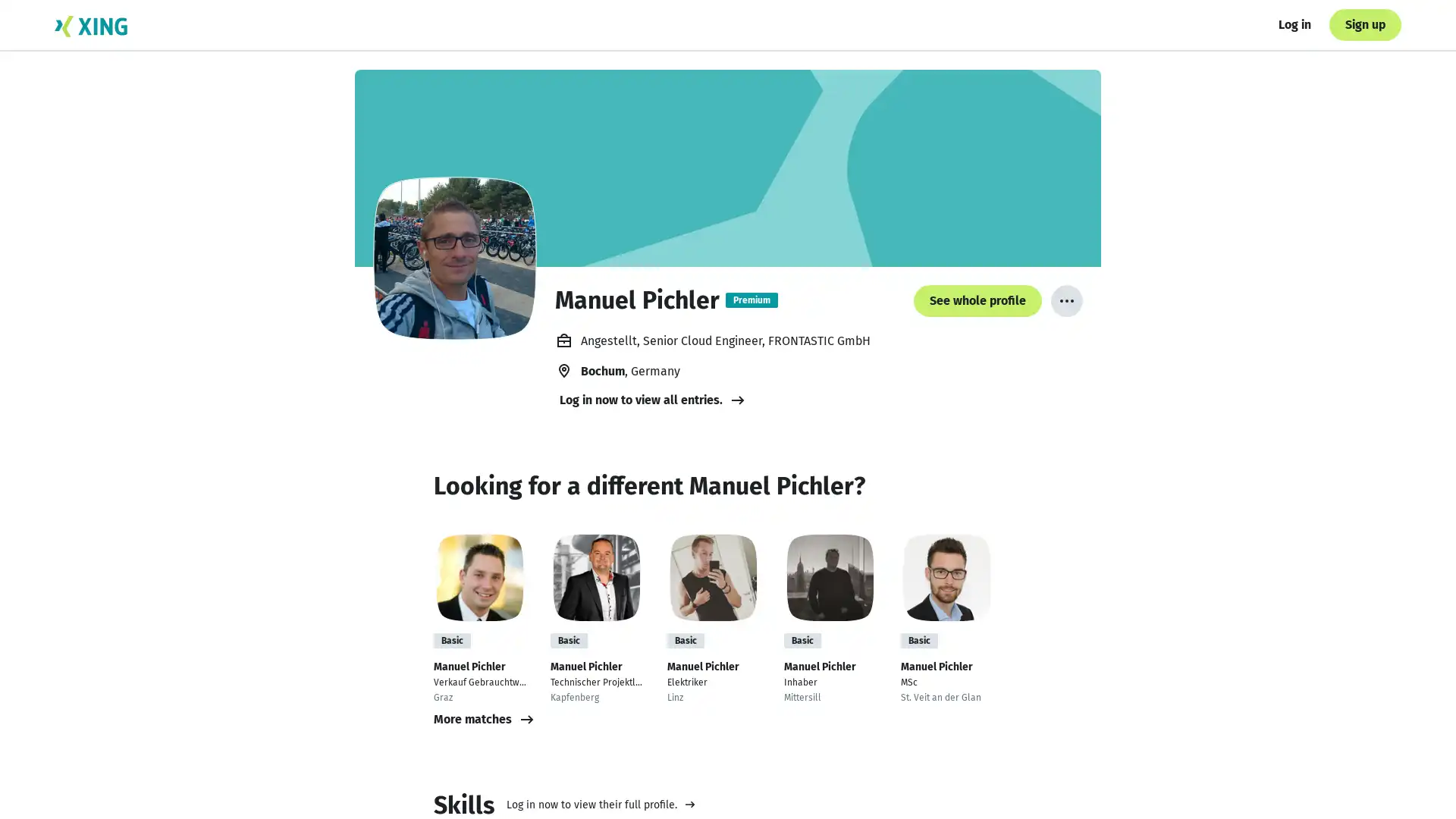  Describe the element at coordinates (454, 257) in the screenshot. I see `Manuel Pichler` at that location.